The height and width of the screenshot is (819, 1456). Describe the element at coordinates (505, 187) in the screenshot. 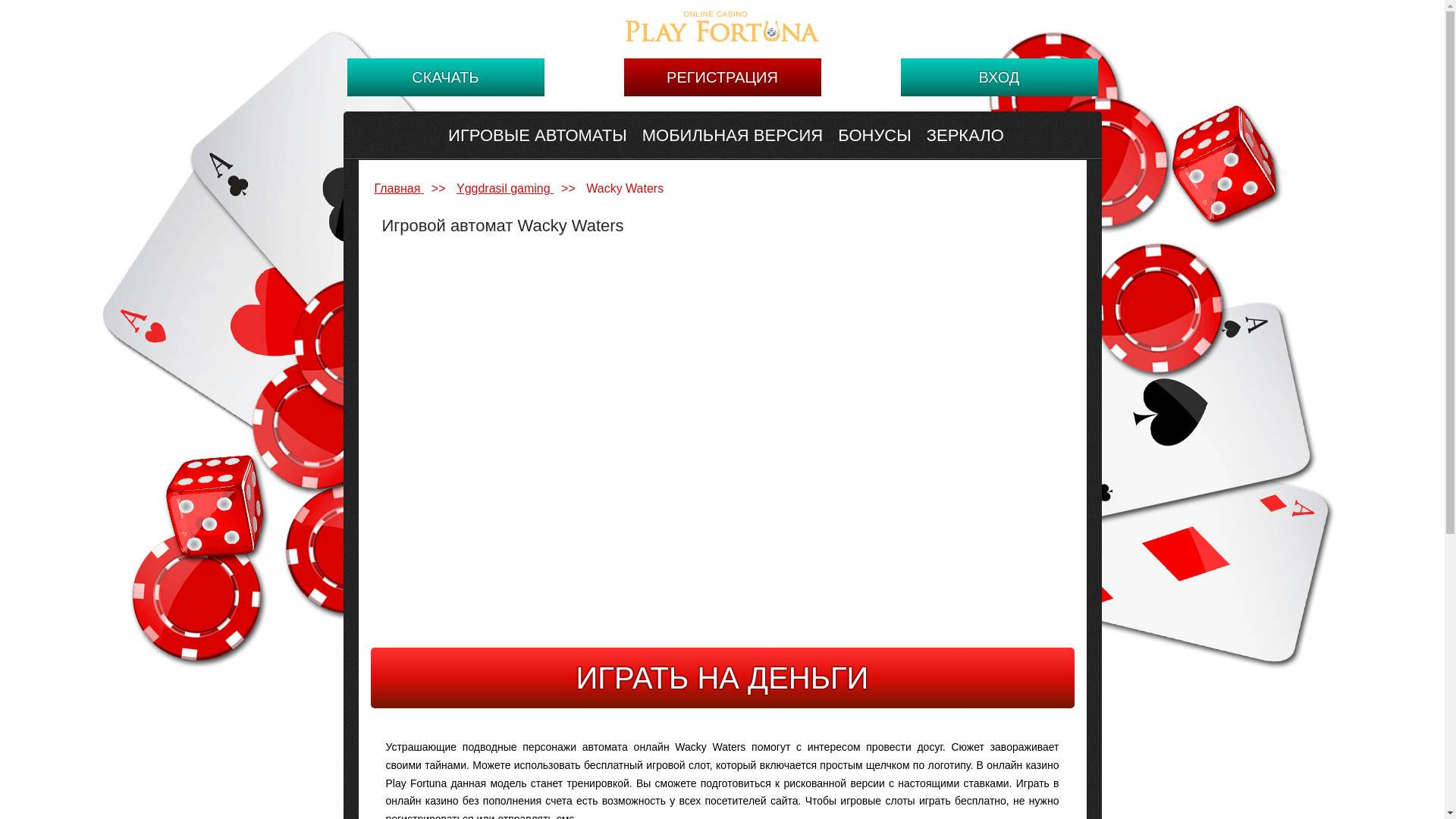

I see `'Yggdrasil gaming'` at that location.